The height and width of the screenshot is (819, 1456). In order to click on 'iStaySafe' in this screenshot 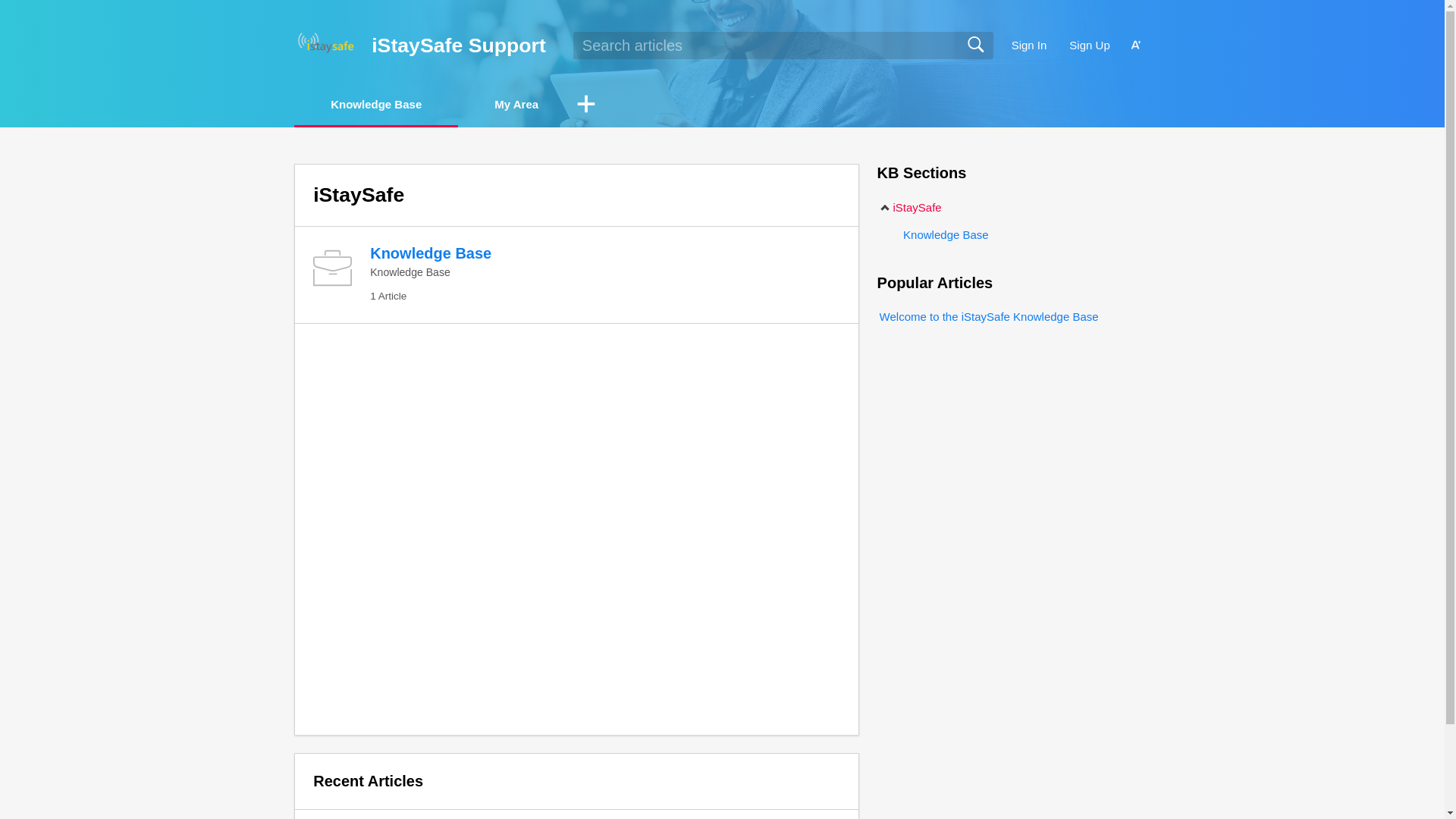, I will do `click(909, 207)`.